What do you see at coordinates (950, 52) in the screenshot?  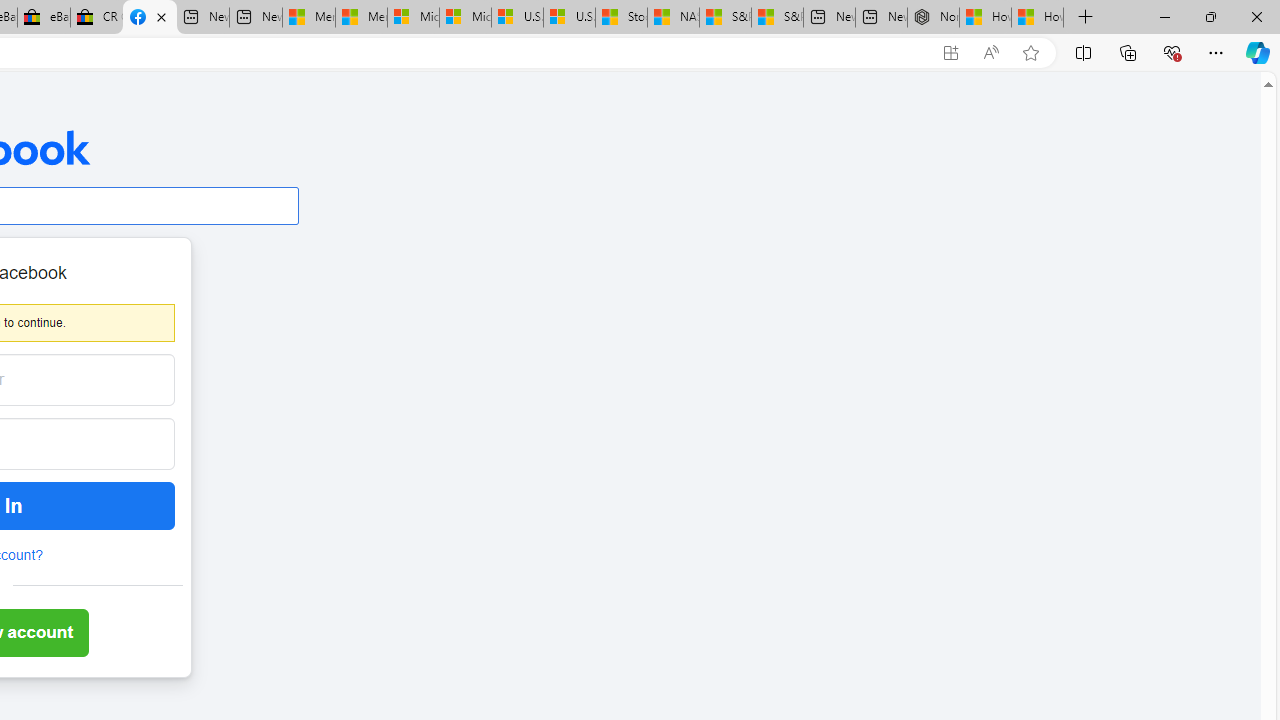 I see `'App available. Install Facebook'` at bounding box center [950, 52].